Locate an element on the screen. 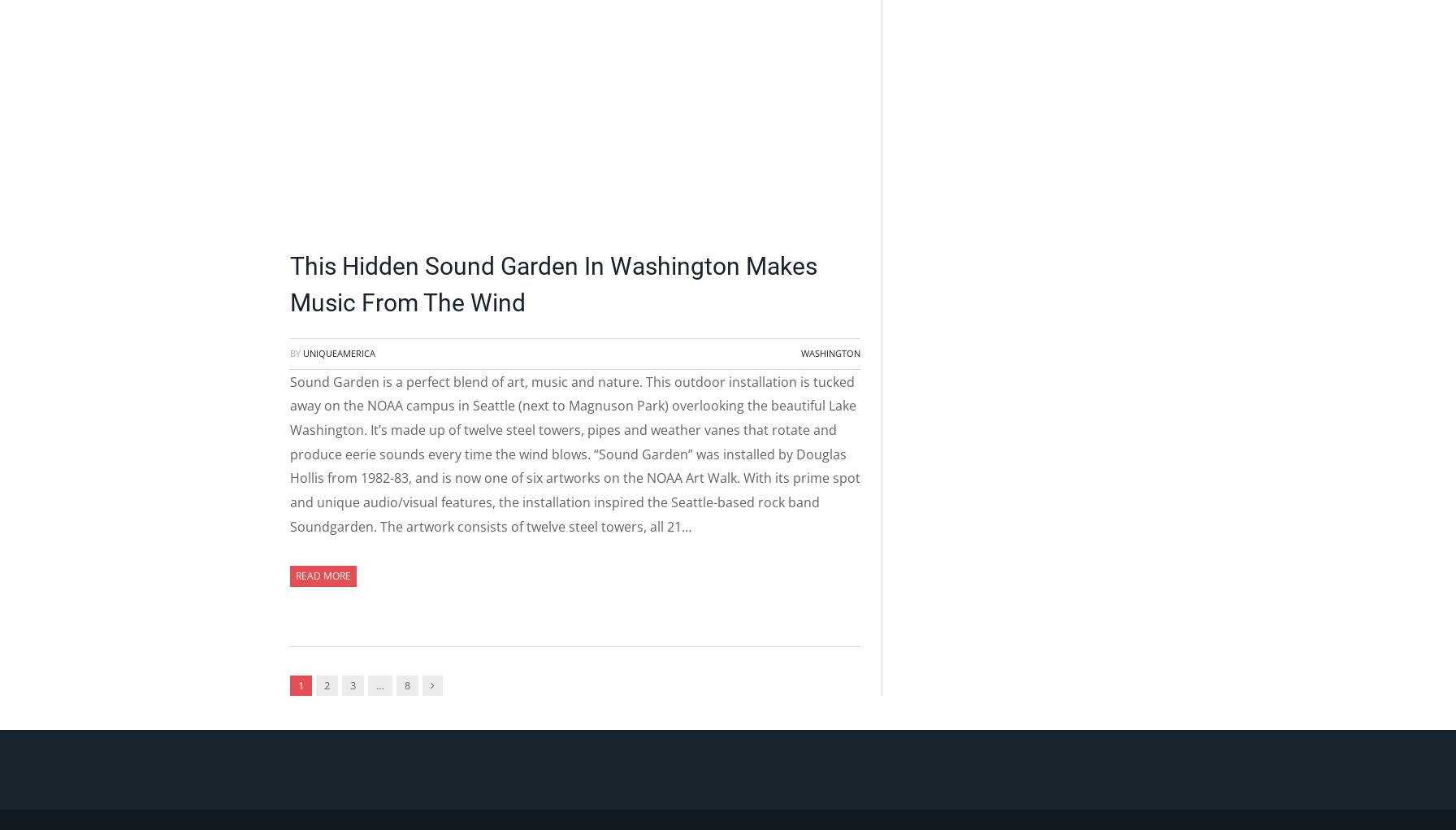  'Read More' is located at coordinates (323, 575).